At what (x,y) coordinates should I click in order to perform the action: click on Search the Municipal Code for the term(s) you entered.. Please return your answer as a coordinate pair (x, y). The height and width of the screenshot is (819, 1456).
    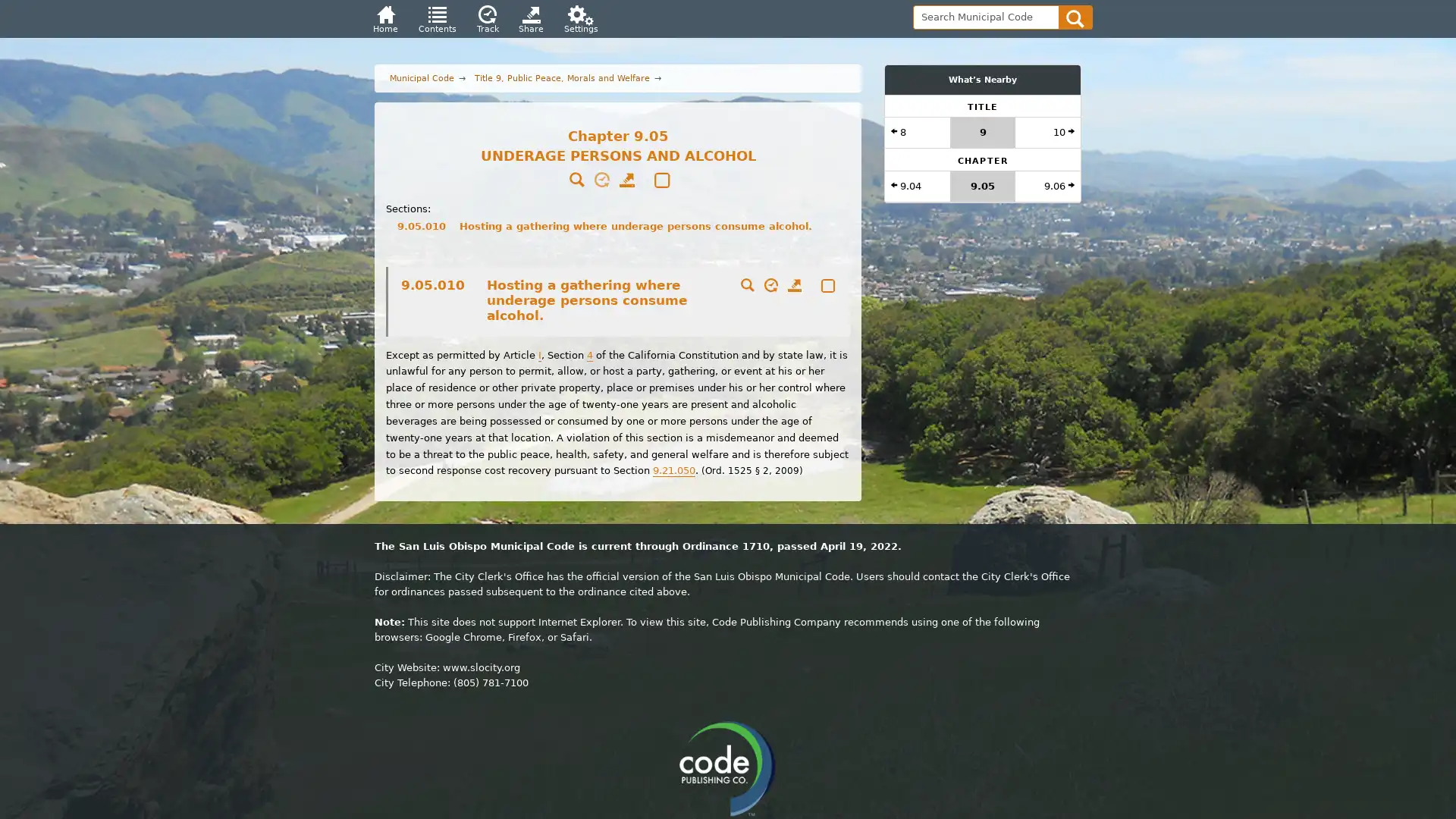
    Looking at the image, I should click on (1075, 17).